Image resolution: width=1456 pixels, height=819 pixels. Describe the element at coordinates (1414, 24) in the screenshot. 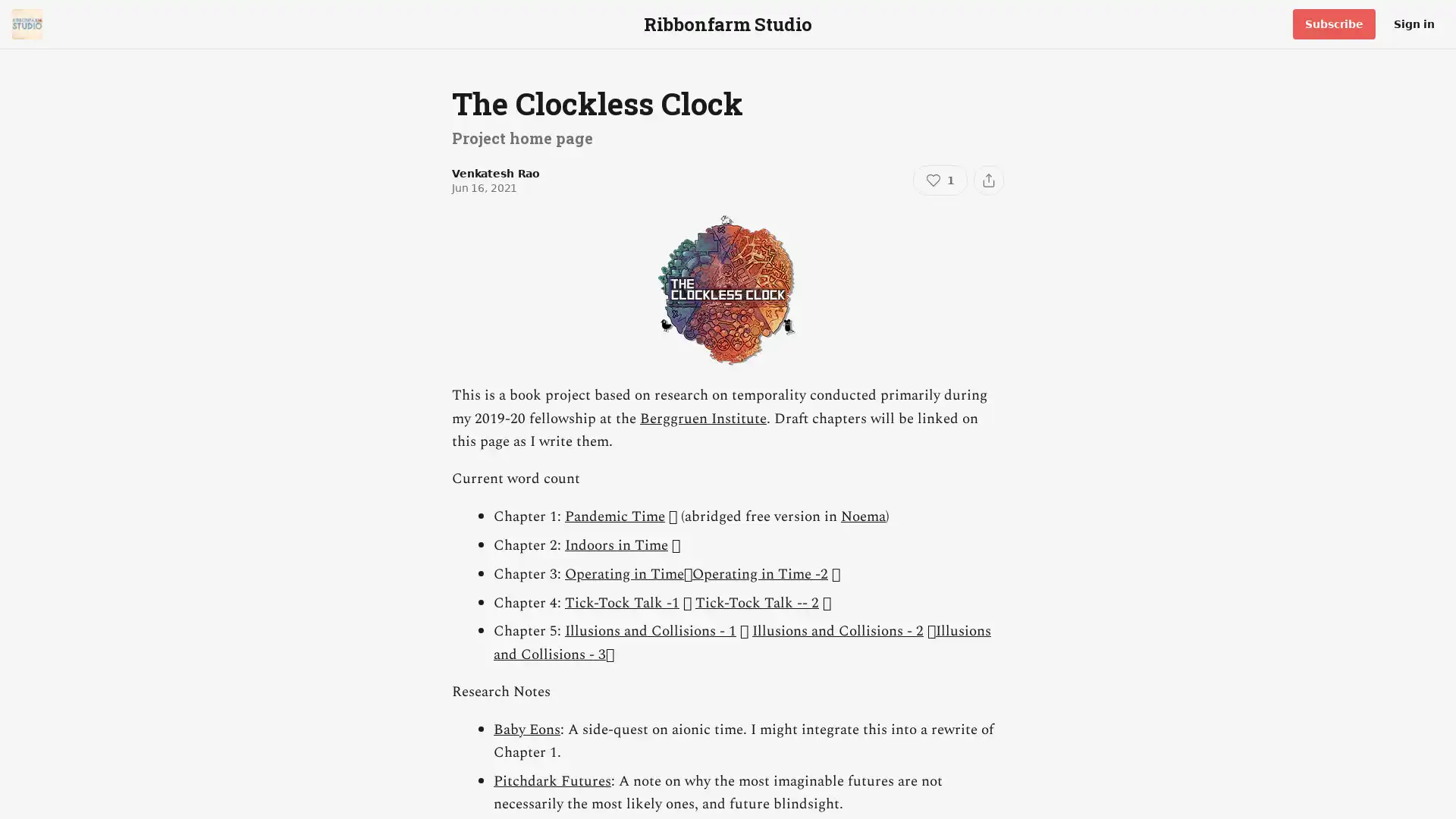

I see `Sign in` at that location.